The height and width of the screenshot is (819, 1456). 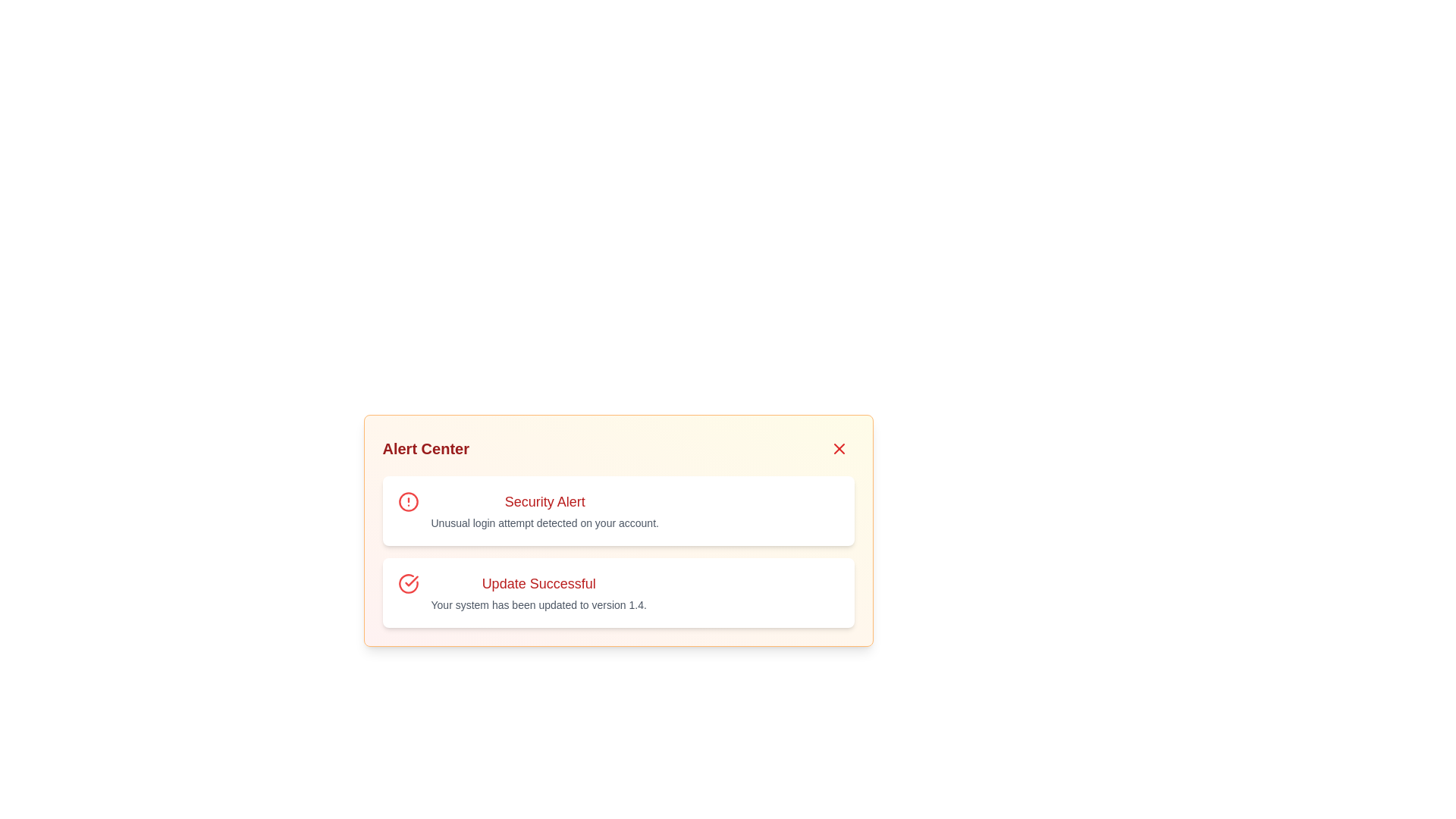 I want to click on alert message text located in the 'Alert Center' section below the 'Security Alert' headline, so click(x=544, y=522).